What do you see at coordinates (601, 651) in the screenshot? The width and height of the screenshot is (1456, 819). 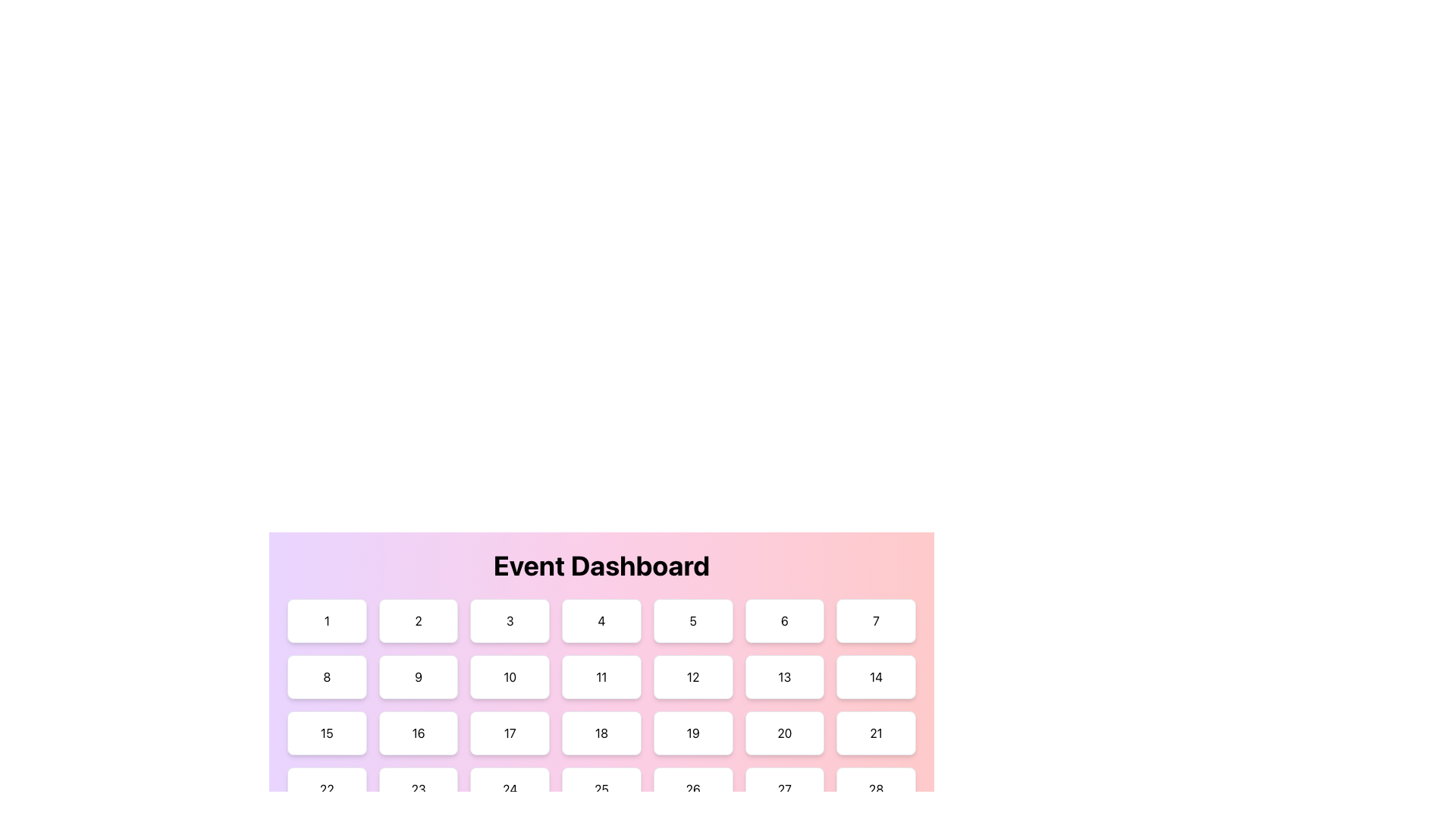 I see `the Interactive Datum Box located in the second row and fourth column of the Event Dashboard` at bounding box center [601, 651].